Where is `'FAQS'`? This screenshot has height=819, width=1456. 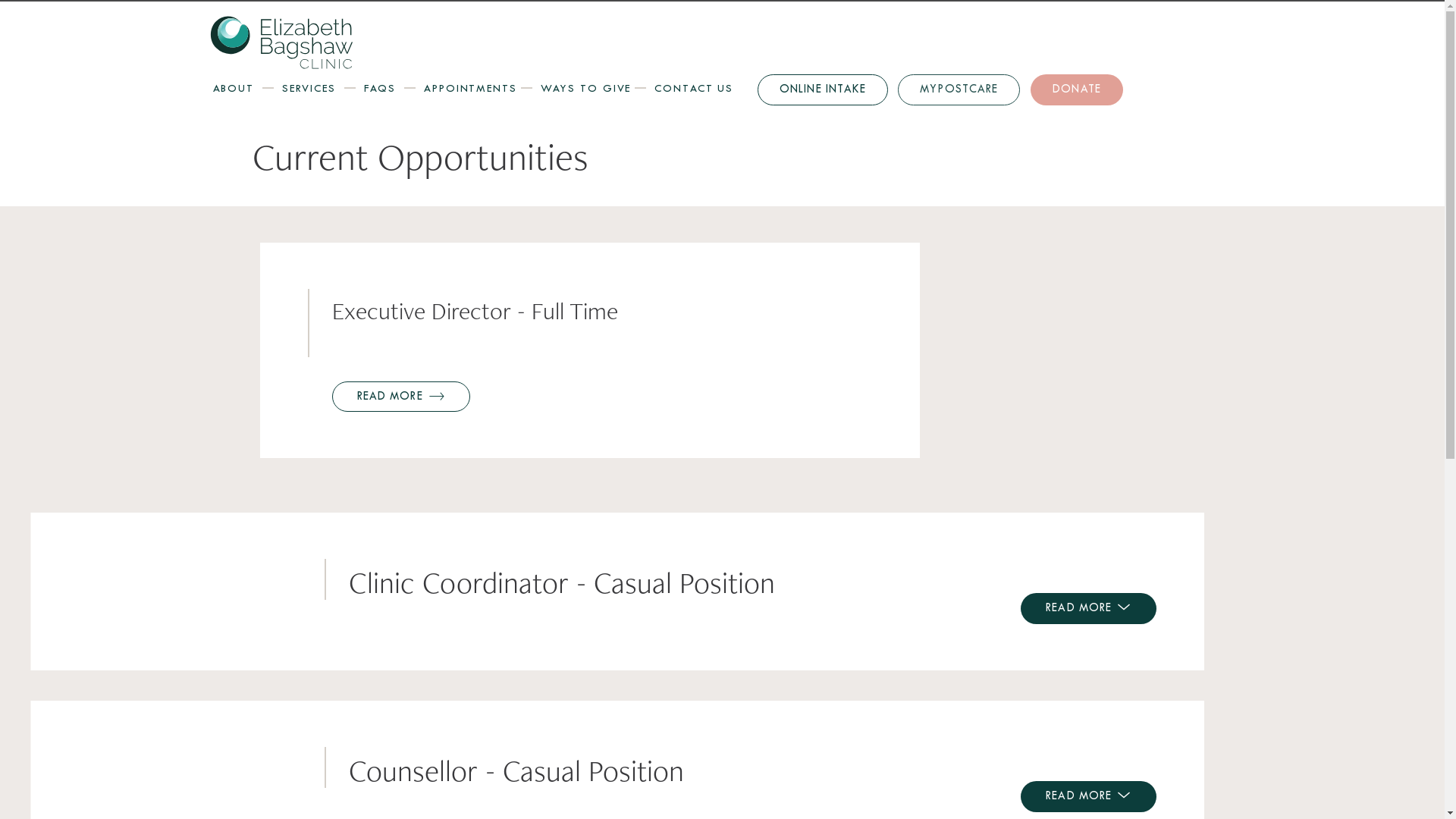
'FAQS' is located at coordinates (380, 89).